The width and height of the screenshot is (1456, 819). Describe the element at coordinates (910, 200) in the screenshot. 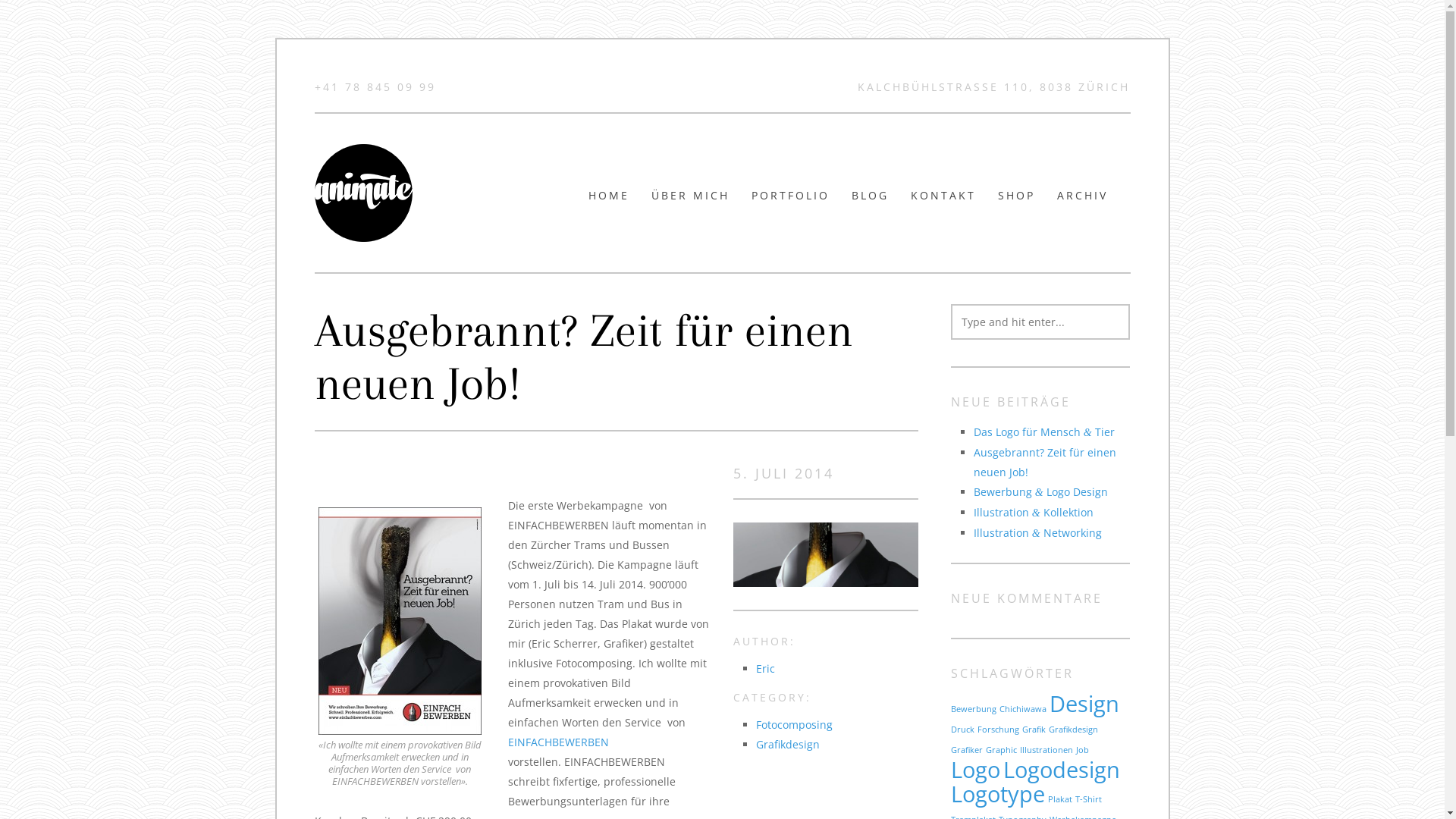

I see `'KONTAKT'` at that location.